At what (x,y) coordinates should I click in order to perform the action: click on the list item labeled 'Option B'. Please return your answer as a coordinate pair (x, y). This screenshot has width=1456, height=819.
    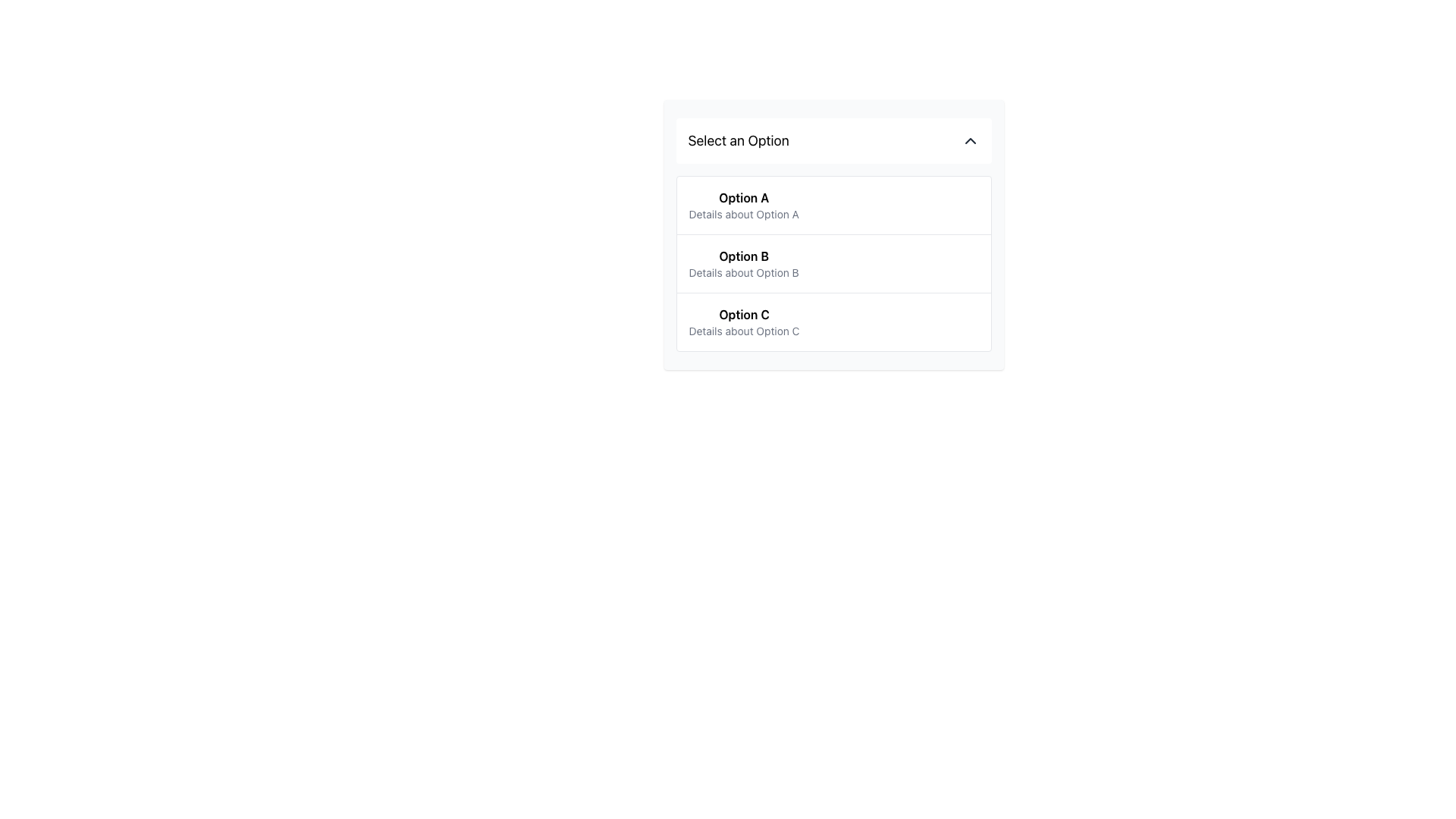
    Looking at the image, I should click on (833, 262).